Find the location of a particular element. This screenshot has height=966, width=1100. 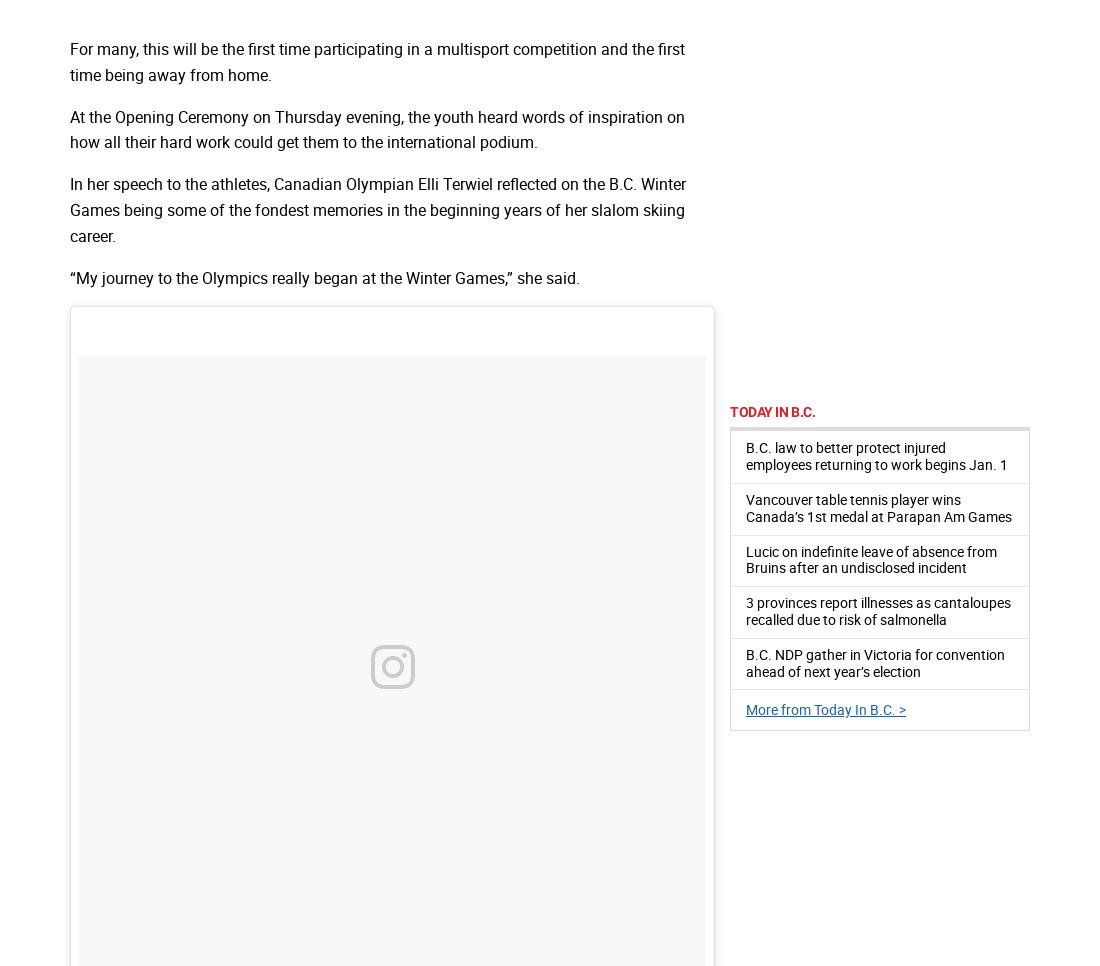

'Today in B.C.' is located at coordinates (772, 411).